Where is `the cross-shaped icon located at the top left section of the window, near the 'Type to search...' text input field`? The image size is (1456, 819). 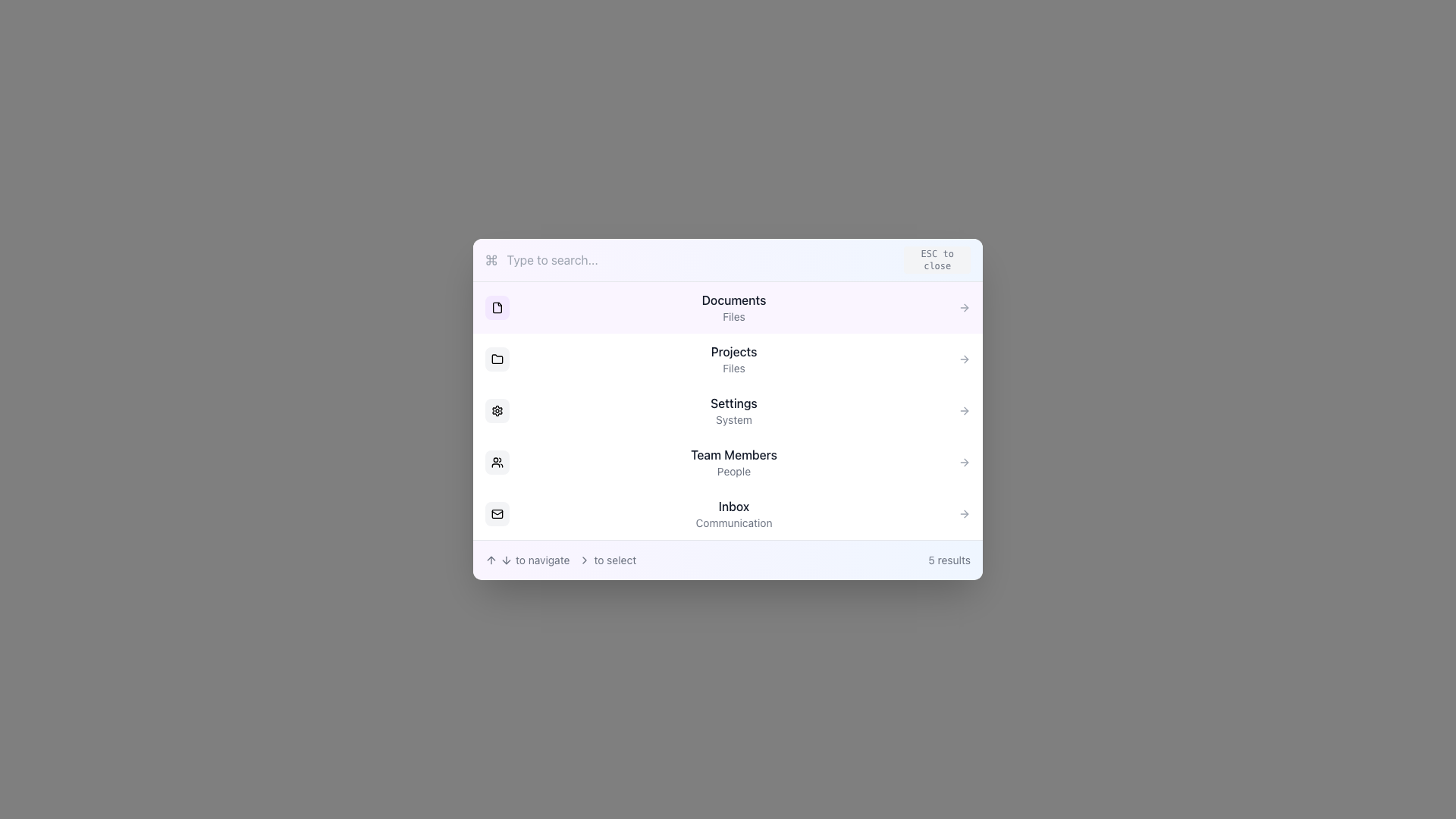 the cross-shaped icon located at the top left section of the window, near the 'Type to search...' text input field is located at coordinates (491, 259).